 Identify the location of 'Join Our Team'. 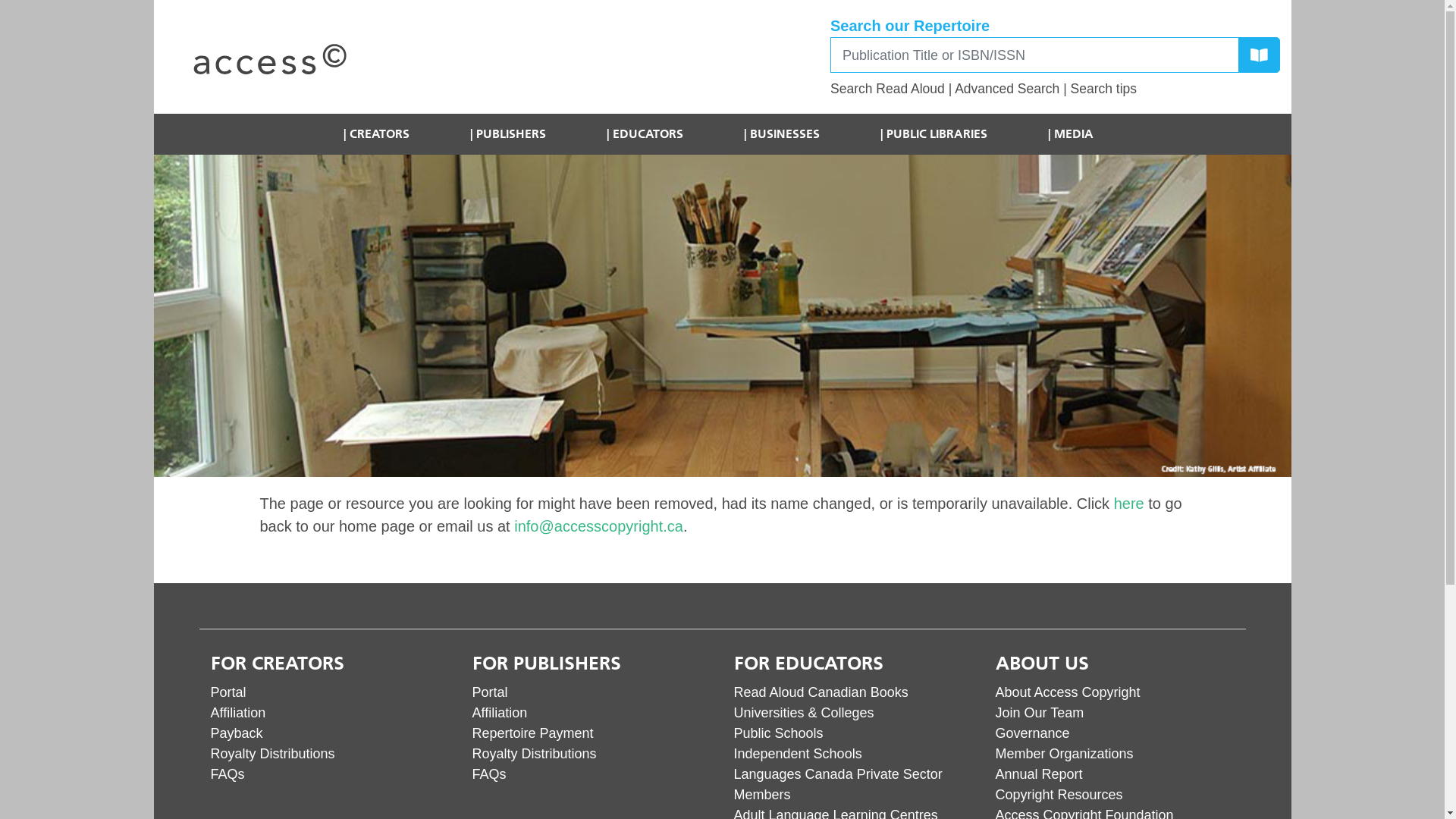
(1038, 713).